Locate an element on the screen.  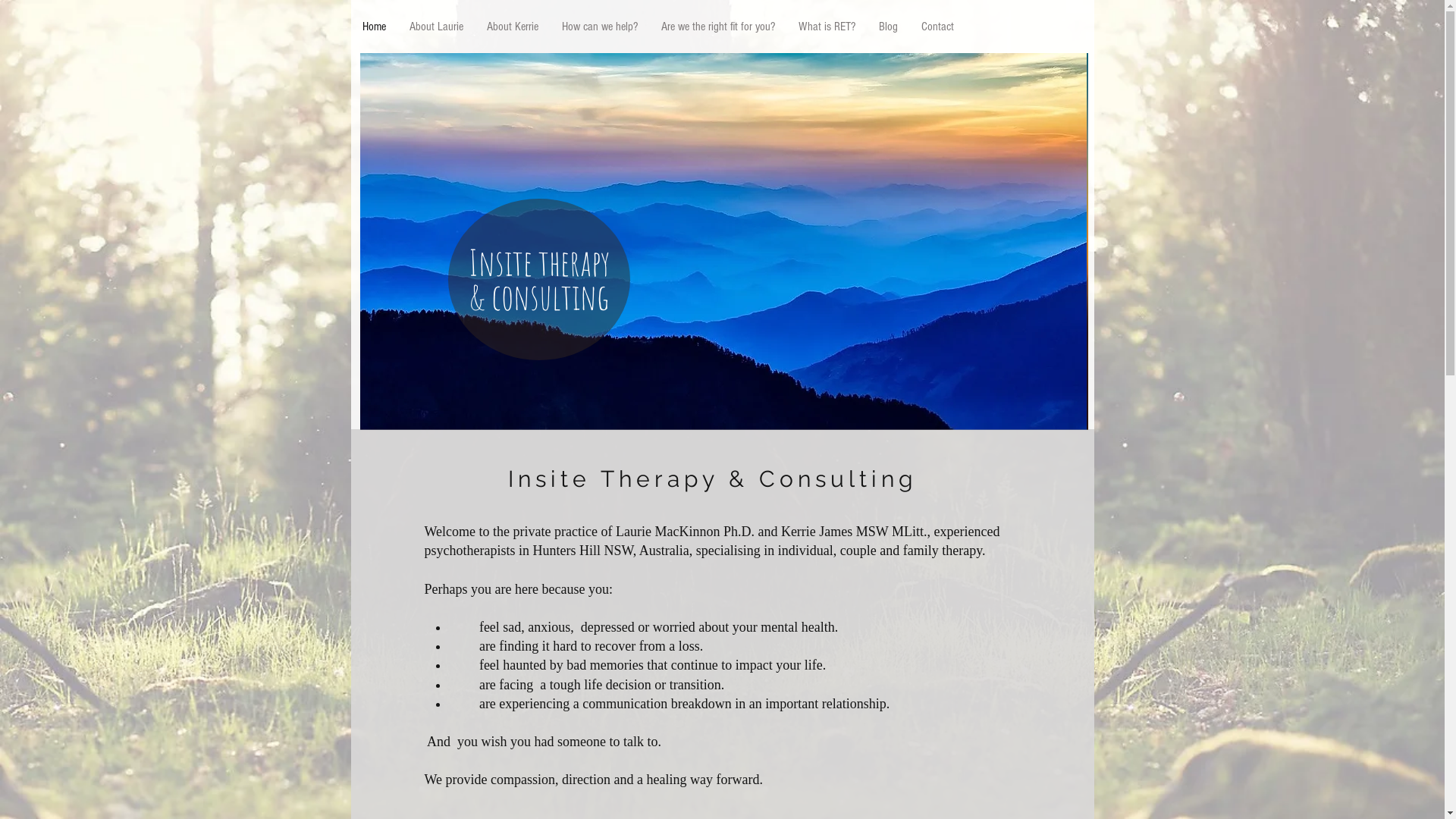
'What is RET?' is located at coordinates (786, 27).